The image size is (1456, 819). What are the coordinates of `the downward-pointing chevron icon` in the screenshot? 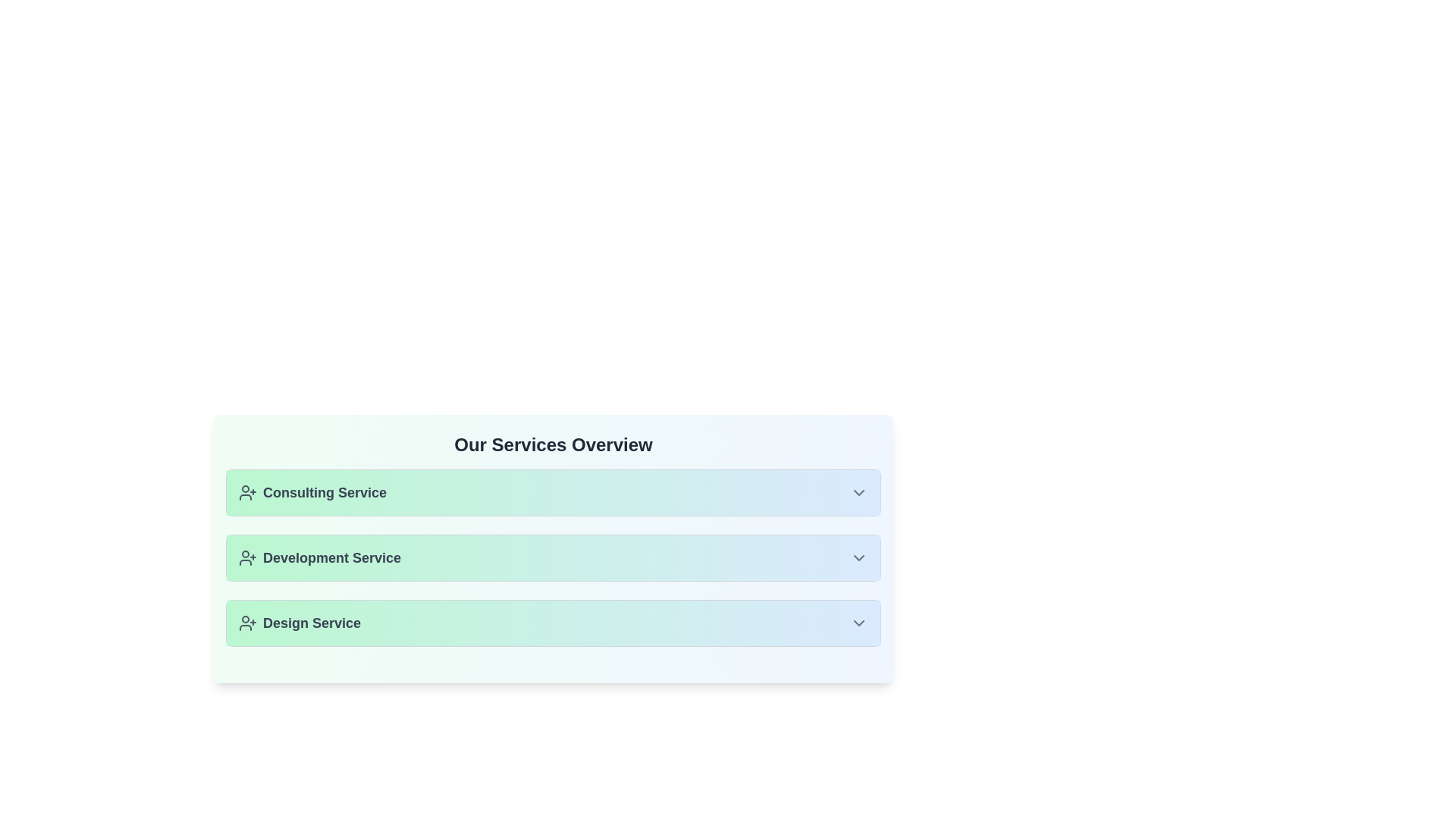 It's located at (858, 623).